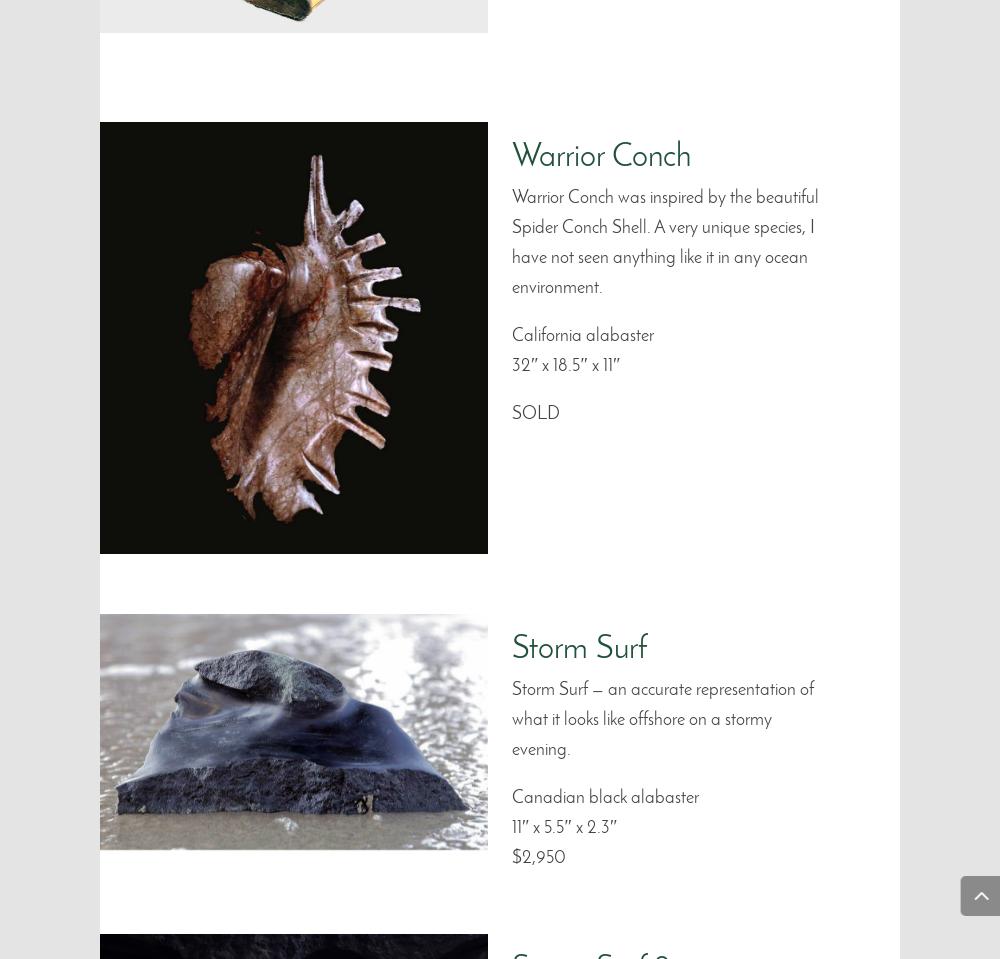 The height and width of the screenshot is (959, 1000). I want to click on '$2,950', so click(539, 857).